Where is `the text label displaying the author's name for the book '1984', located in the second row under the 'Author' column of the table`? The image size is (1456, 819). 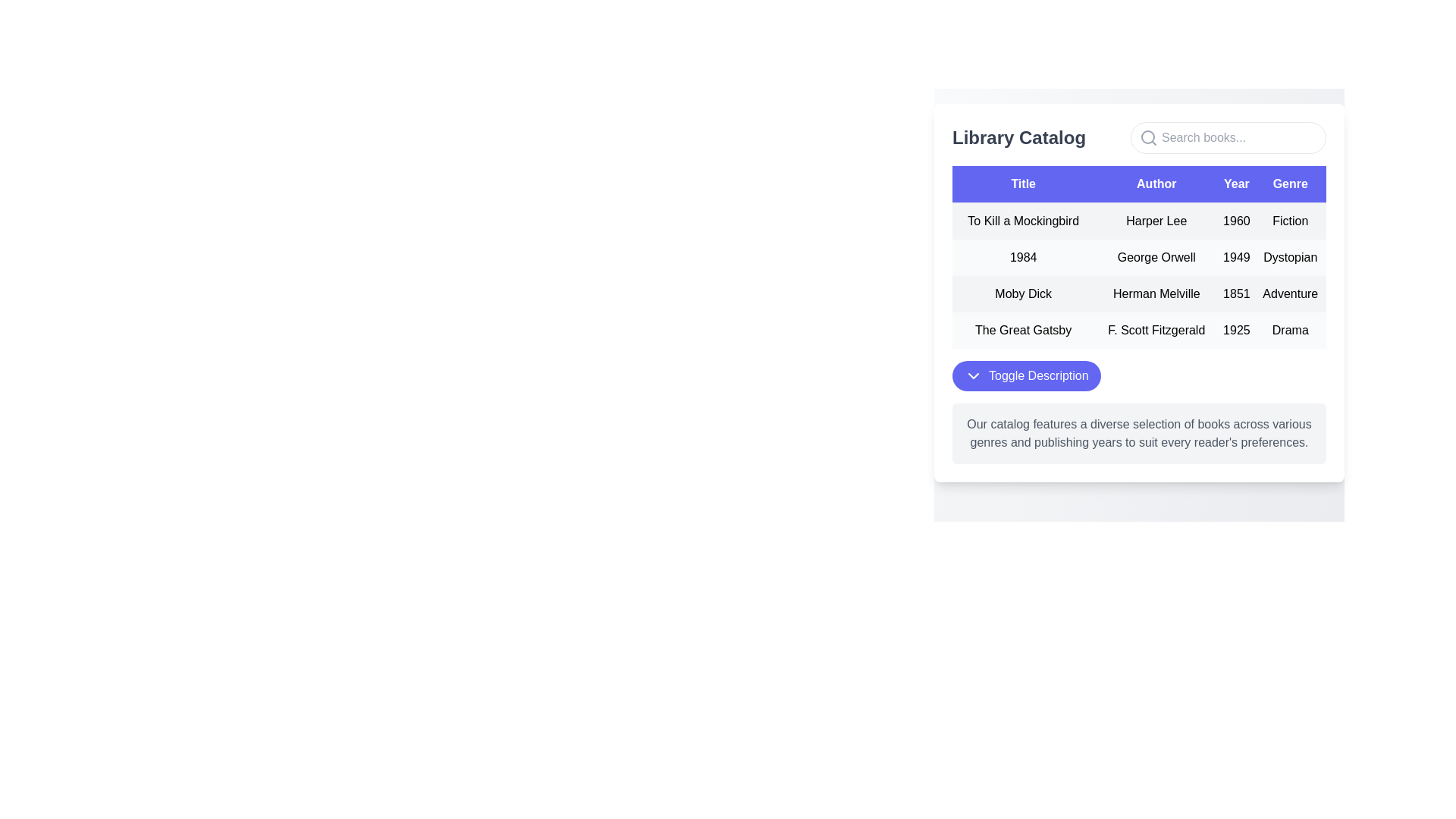 the text label displaying the author's name for the book '1984', located in the second row under the 'Author' column of the table is located at coordinates (1156, 256).